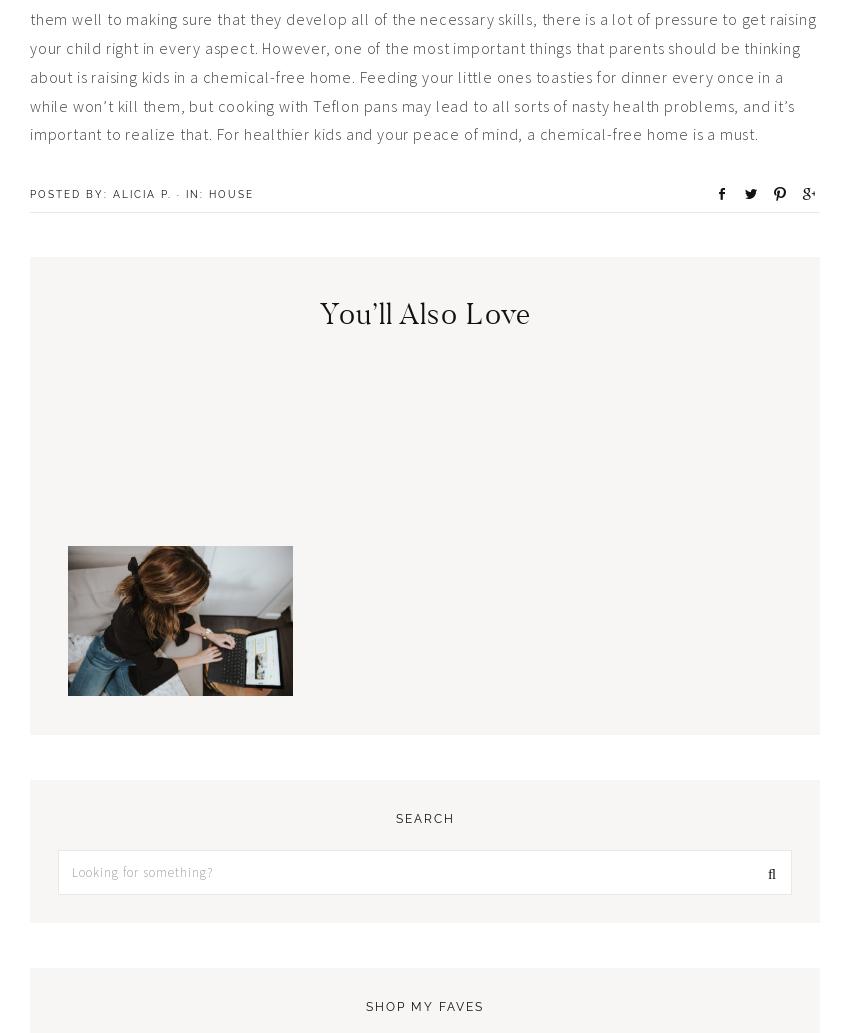  What do you see at coordinates (424, 313) in the screenshot?
I see `'You’ll Also Love'` at bounding box center [424, 313].